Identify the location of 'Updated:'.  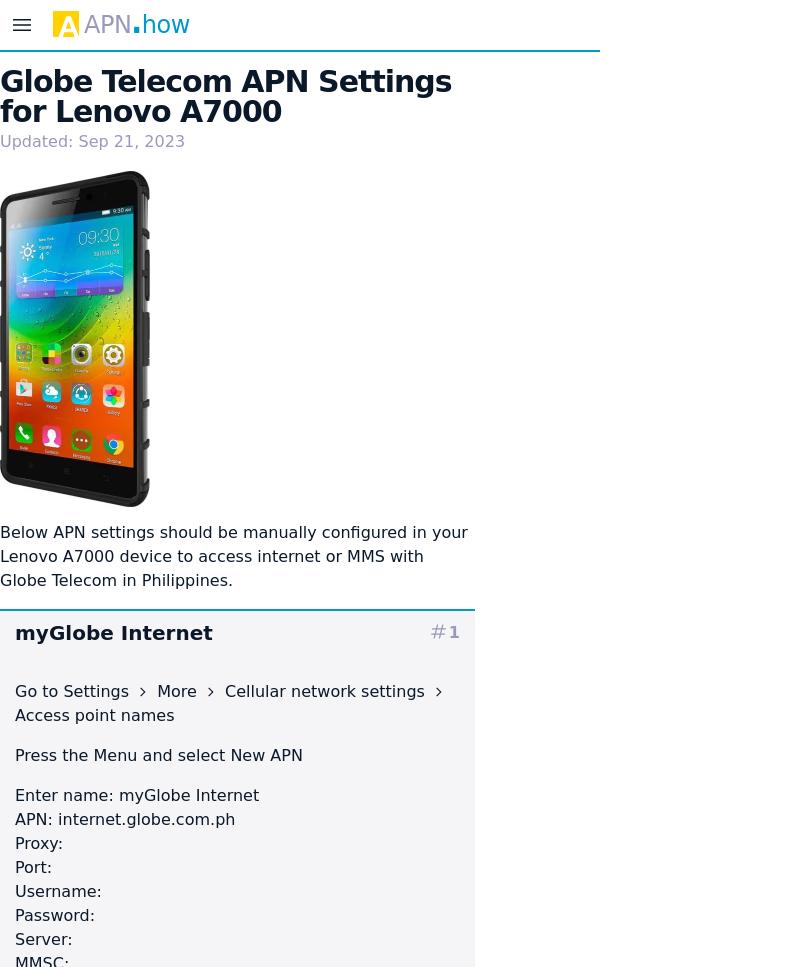
(38, 140).